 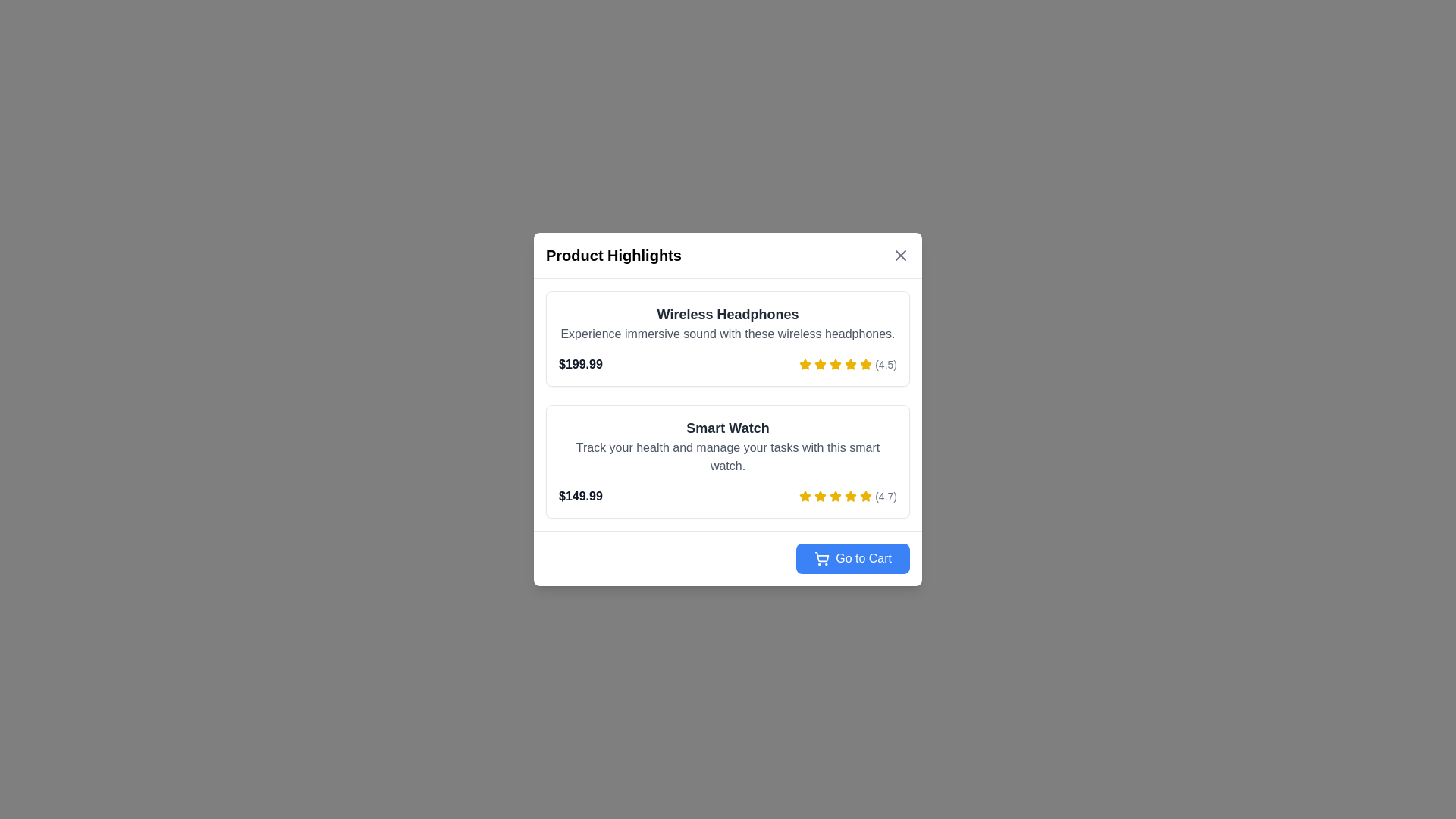 What do you see at coordinates (820, 365) in the screenshot?
I see `the third yellow star icon in the 5-star rating system next to the title 'Wireless Headphones'` at bounding box center [820, 365].